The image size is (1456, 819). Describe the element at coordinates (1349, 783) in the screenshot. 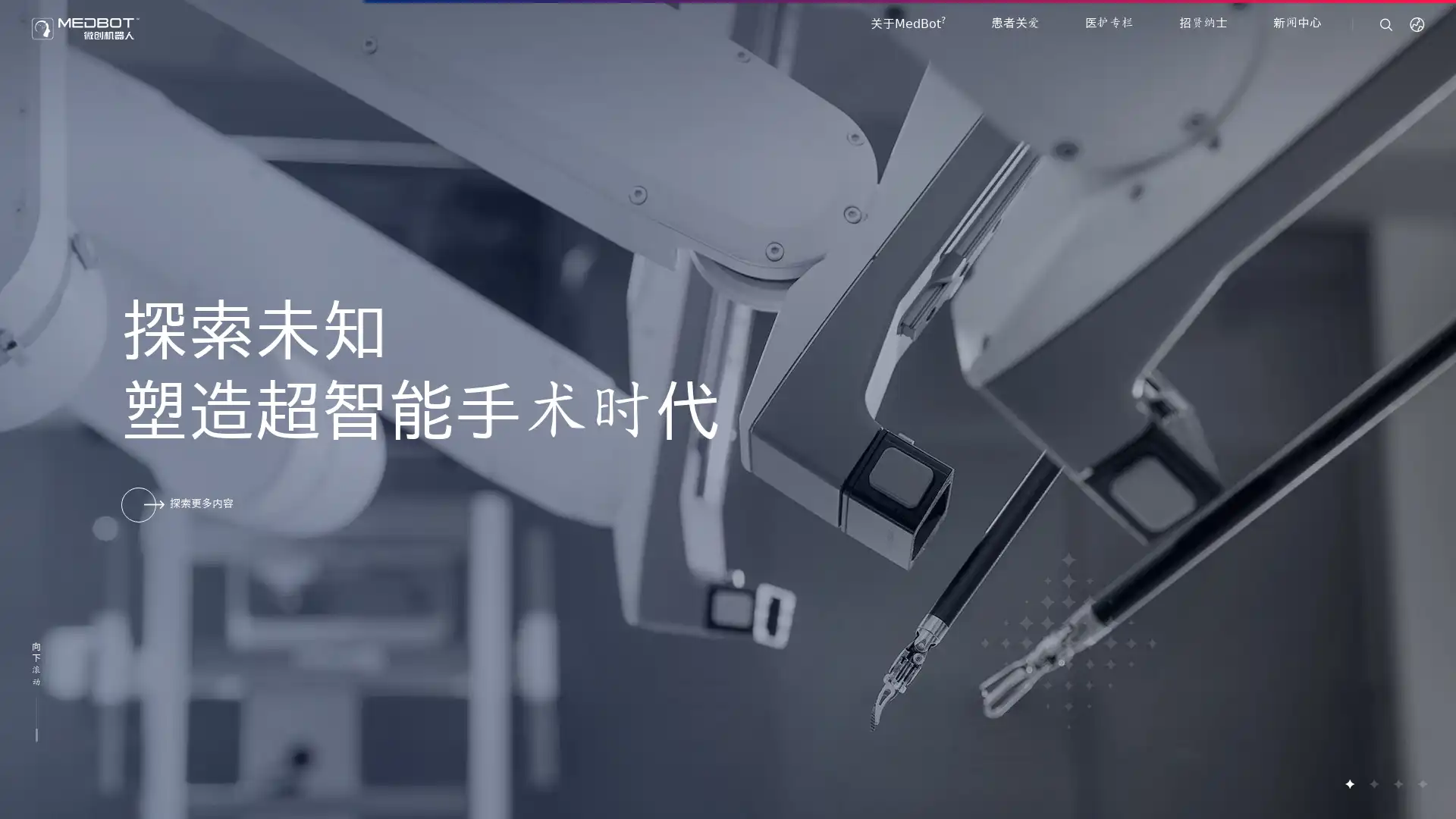

I see `Go to slide 1` at that location.